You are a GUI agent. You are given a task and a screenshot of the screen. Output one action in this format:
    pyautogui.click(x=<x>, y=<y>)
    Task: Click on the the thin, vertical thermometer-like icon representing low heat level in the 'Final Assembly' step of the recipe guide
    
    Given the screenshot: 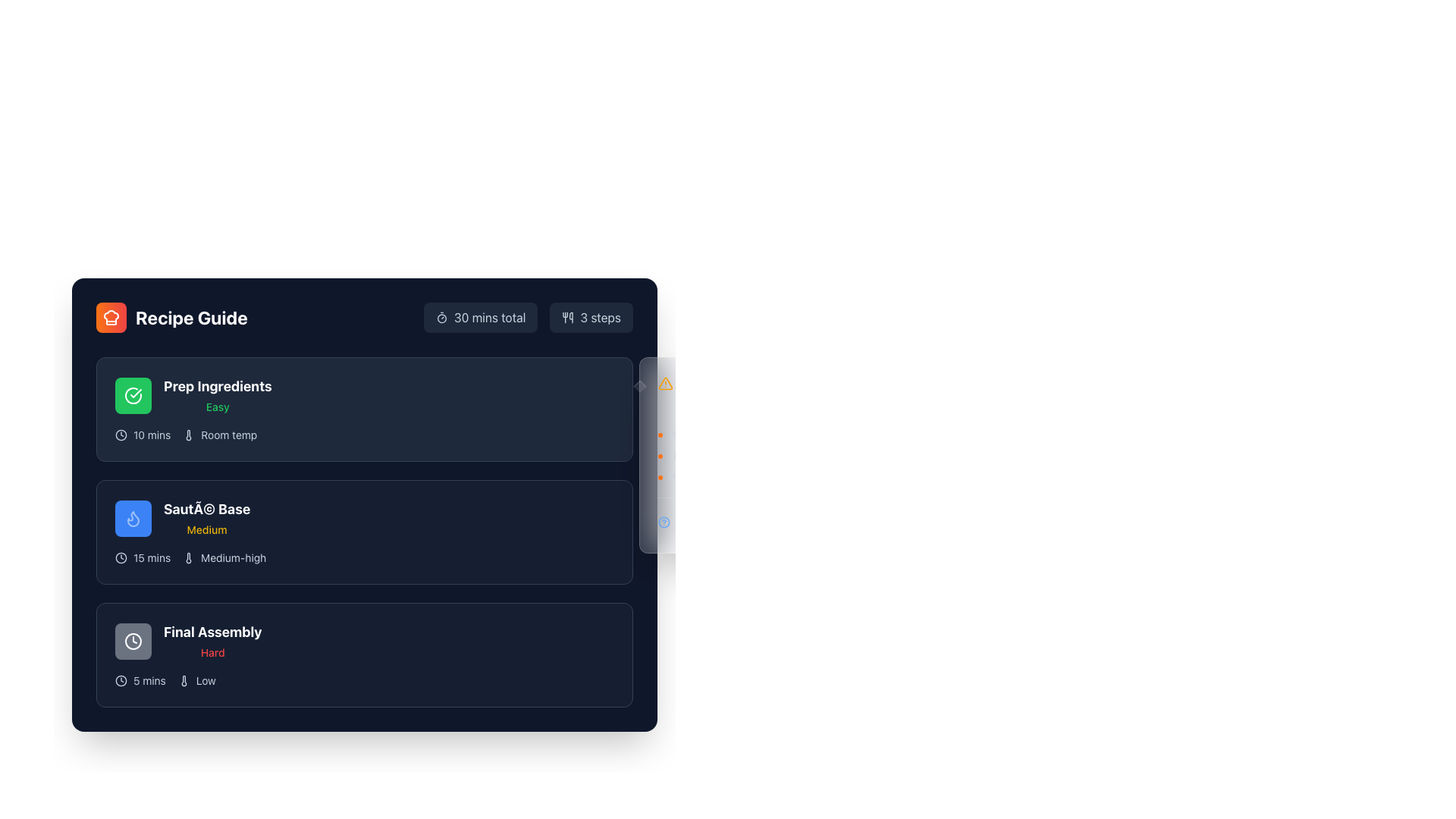 What is the action you would take?
    pyautogui.click(x=183, y=680)
    